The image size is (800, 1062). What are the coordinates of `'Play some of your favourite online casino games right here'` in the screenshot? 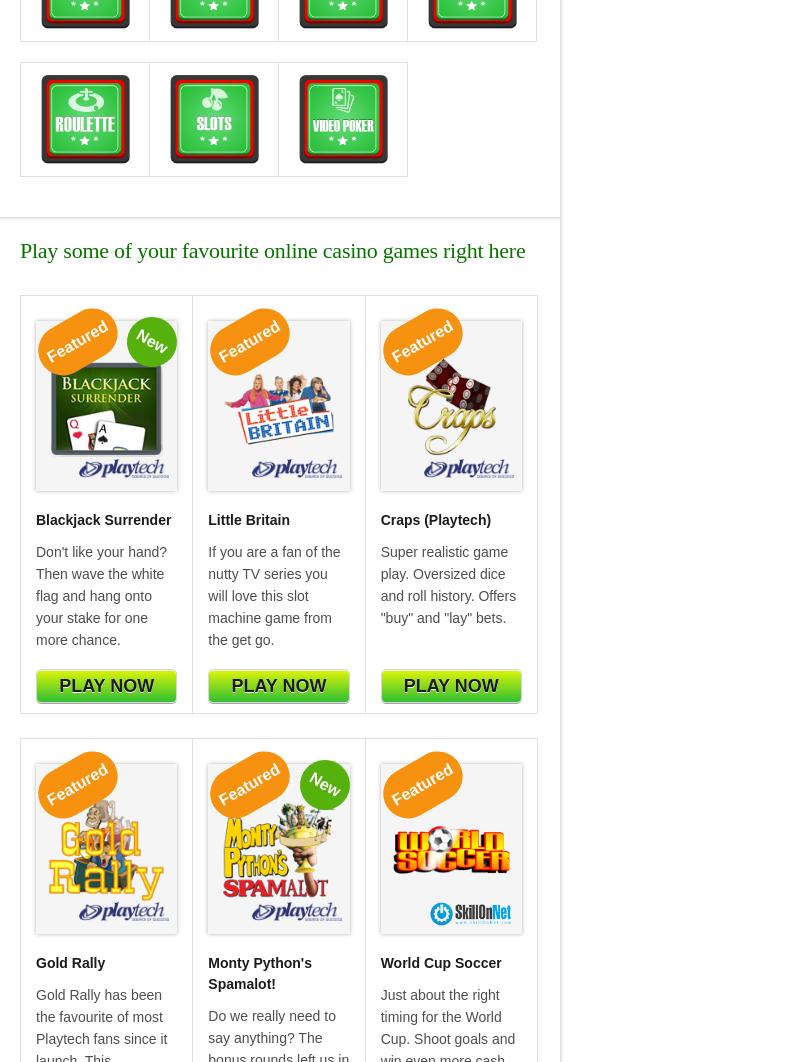 It's located at (20, 249).